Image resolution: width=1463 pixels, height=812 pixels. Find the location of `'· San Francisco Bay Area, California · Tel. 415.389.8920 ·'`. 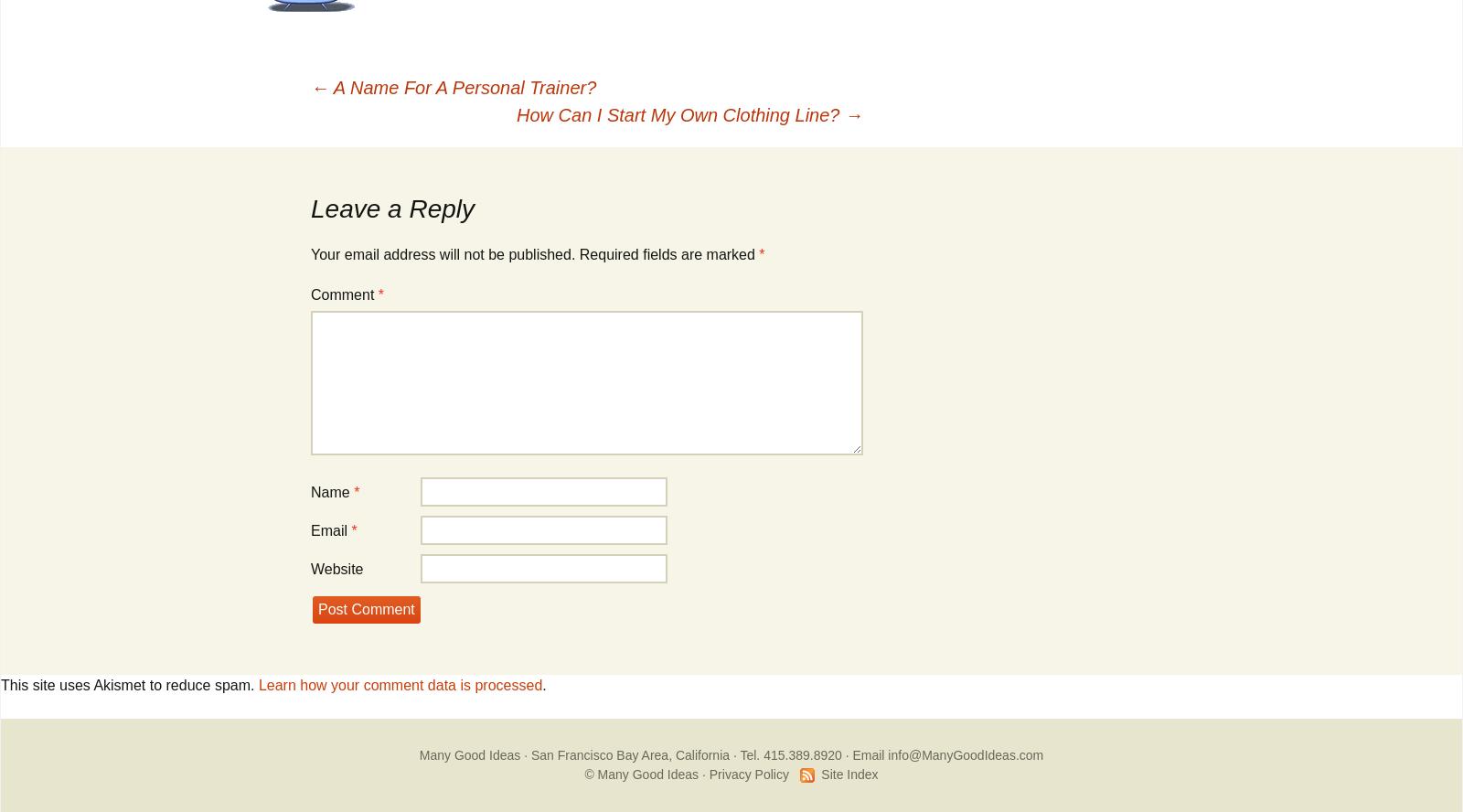

'· San Francisco Bay Area, California · Tel. 415.389.8920 ·' is located at coordinates (518, 755).